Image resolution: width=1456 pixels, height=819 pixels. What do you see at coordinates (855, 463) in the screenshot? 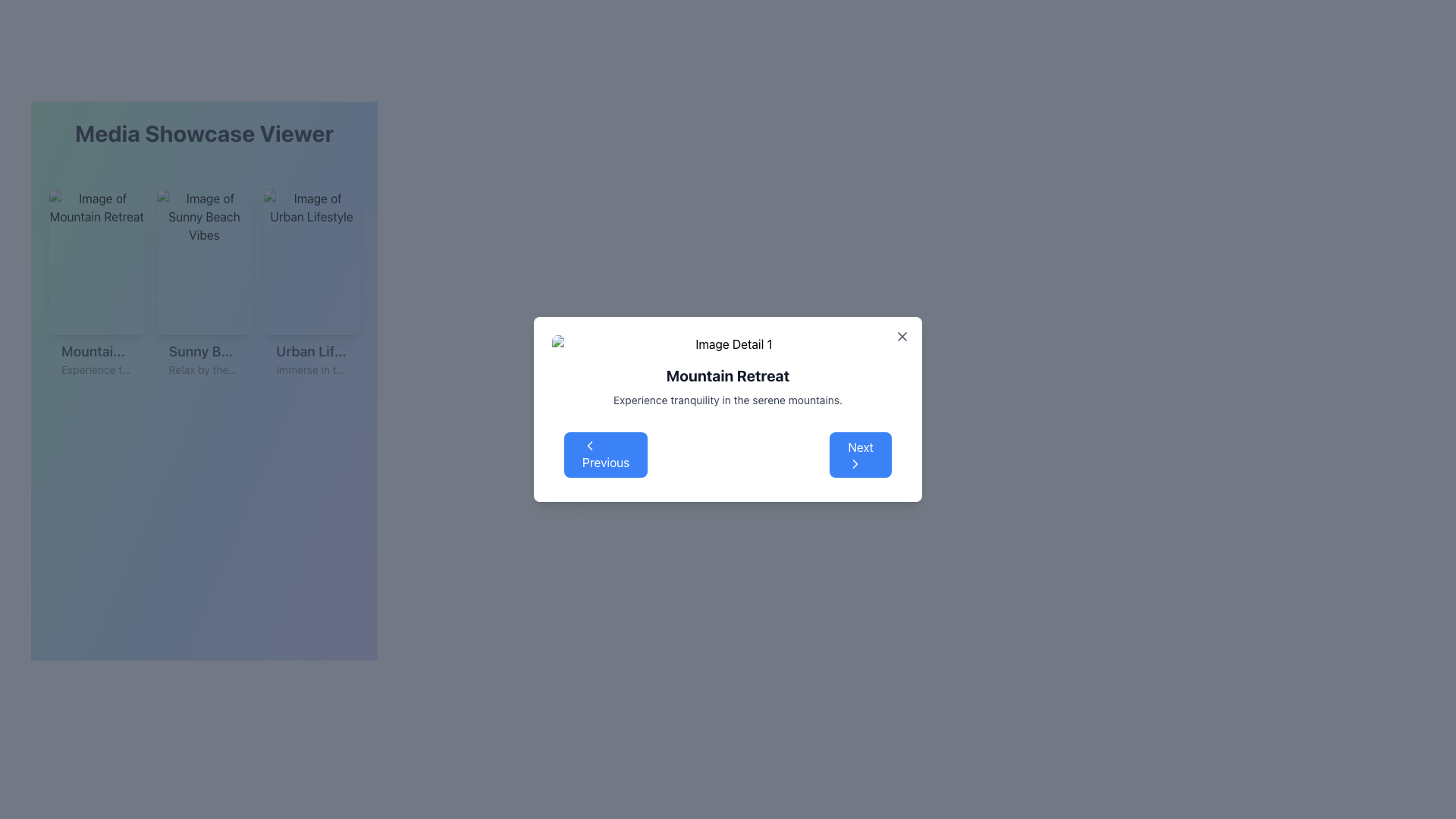
I see `the vector graphic icon (SVG) representing the action of proceeding or navigating to the next item, located within the 'Next' button at the bottom-right corner of the modal dialog` at bounding box center [855, 463].